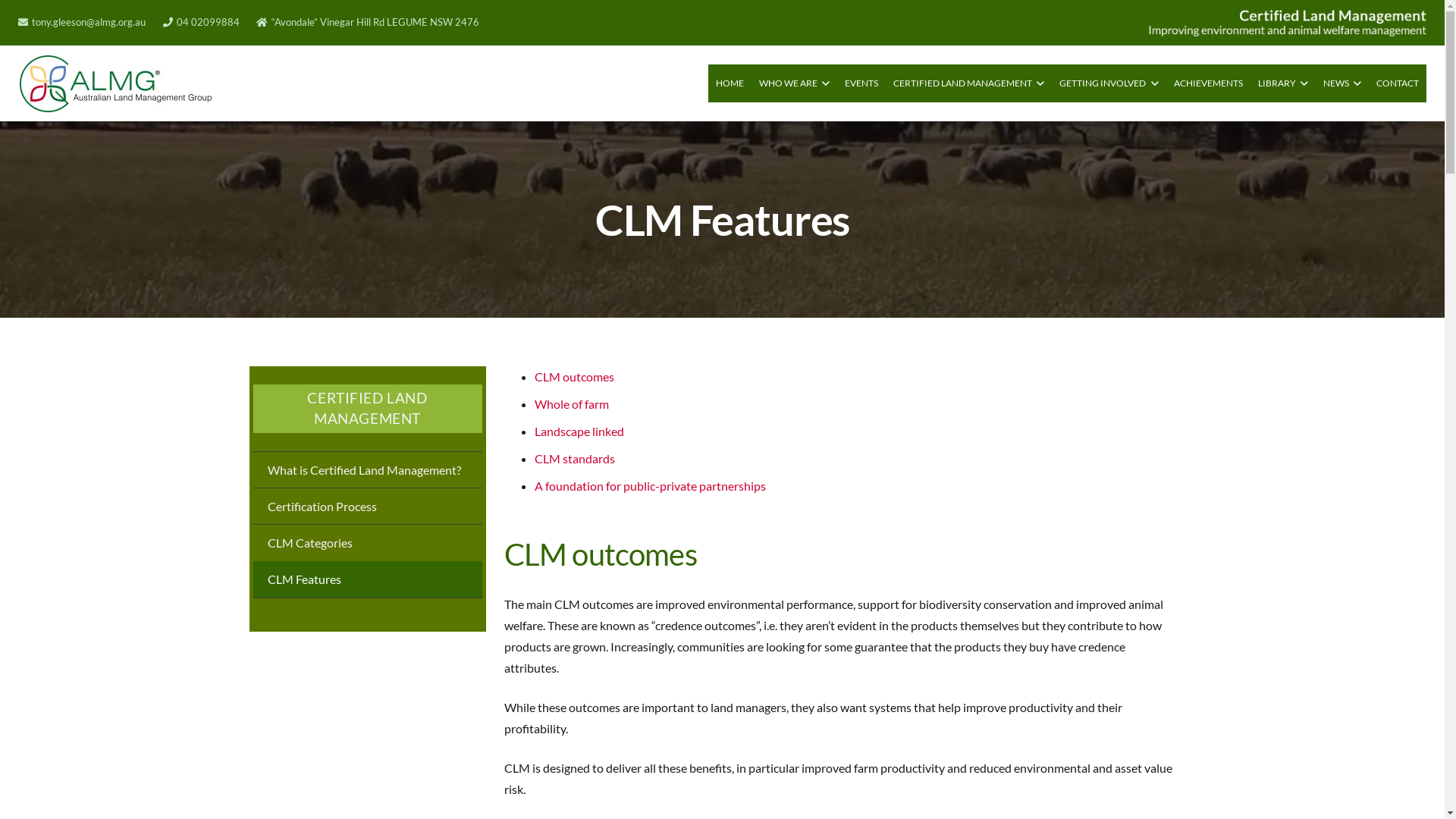  Describe the element at coordinates (534, 403) in the screenshot. I see `'Whole of farm'` at that location.